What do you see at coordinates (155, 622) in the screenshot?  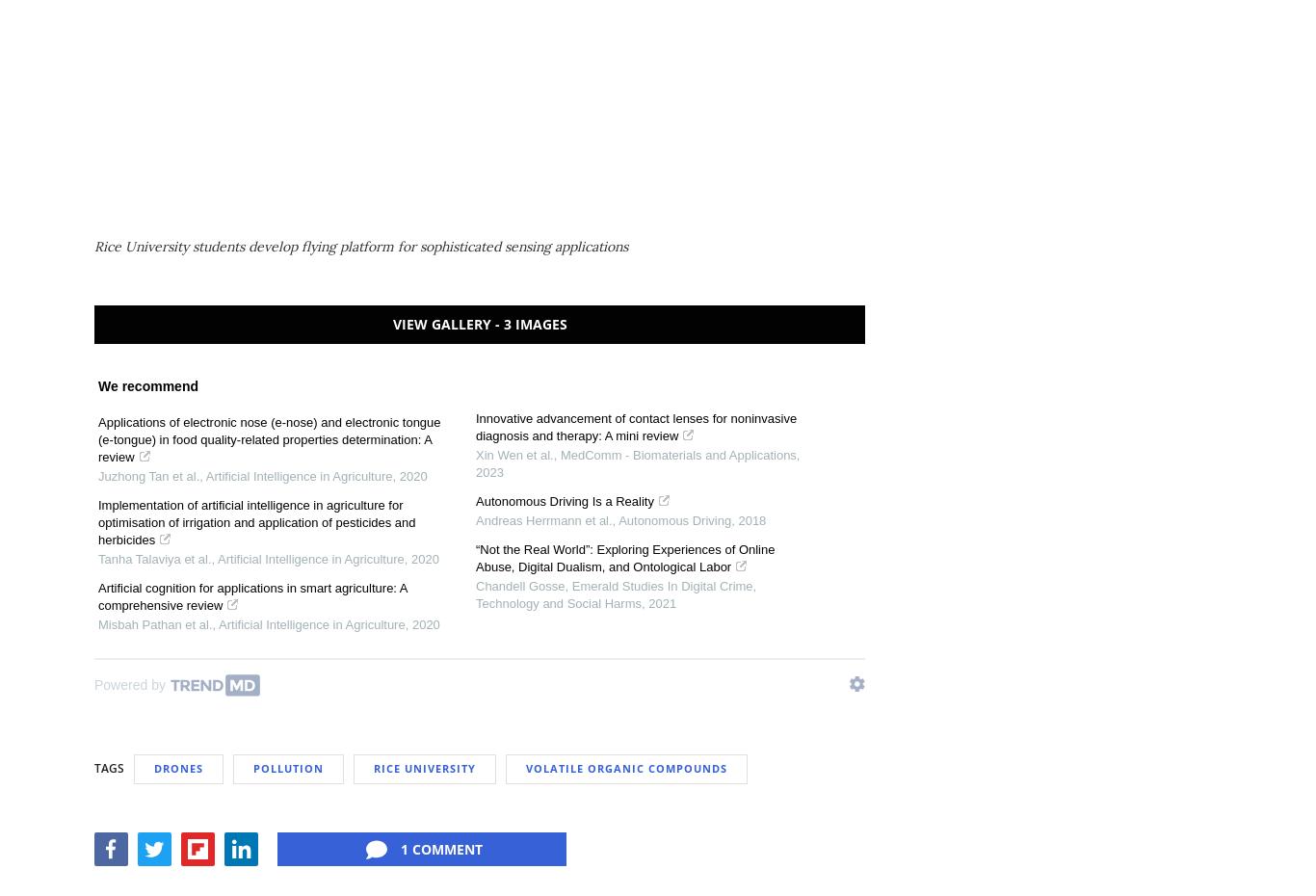 I see `'Misbah Pathan et al.,'` at bounding box center [155, 622].